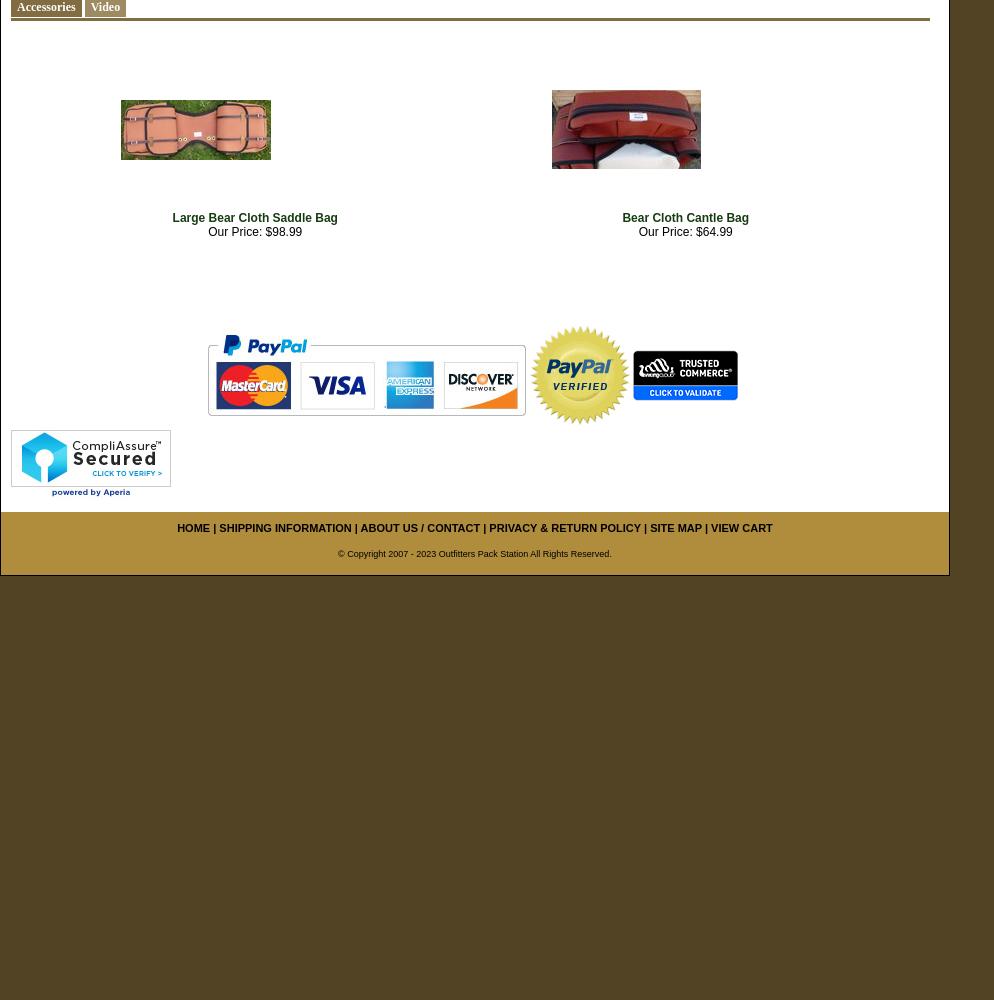 The width and height of the screenshot is (994, 1000). Describe the element at coordinates (684, 217) in the screenshot. I see `'Bear Cloth Cantle Bag'` at that location.